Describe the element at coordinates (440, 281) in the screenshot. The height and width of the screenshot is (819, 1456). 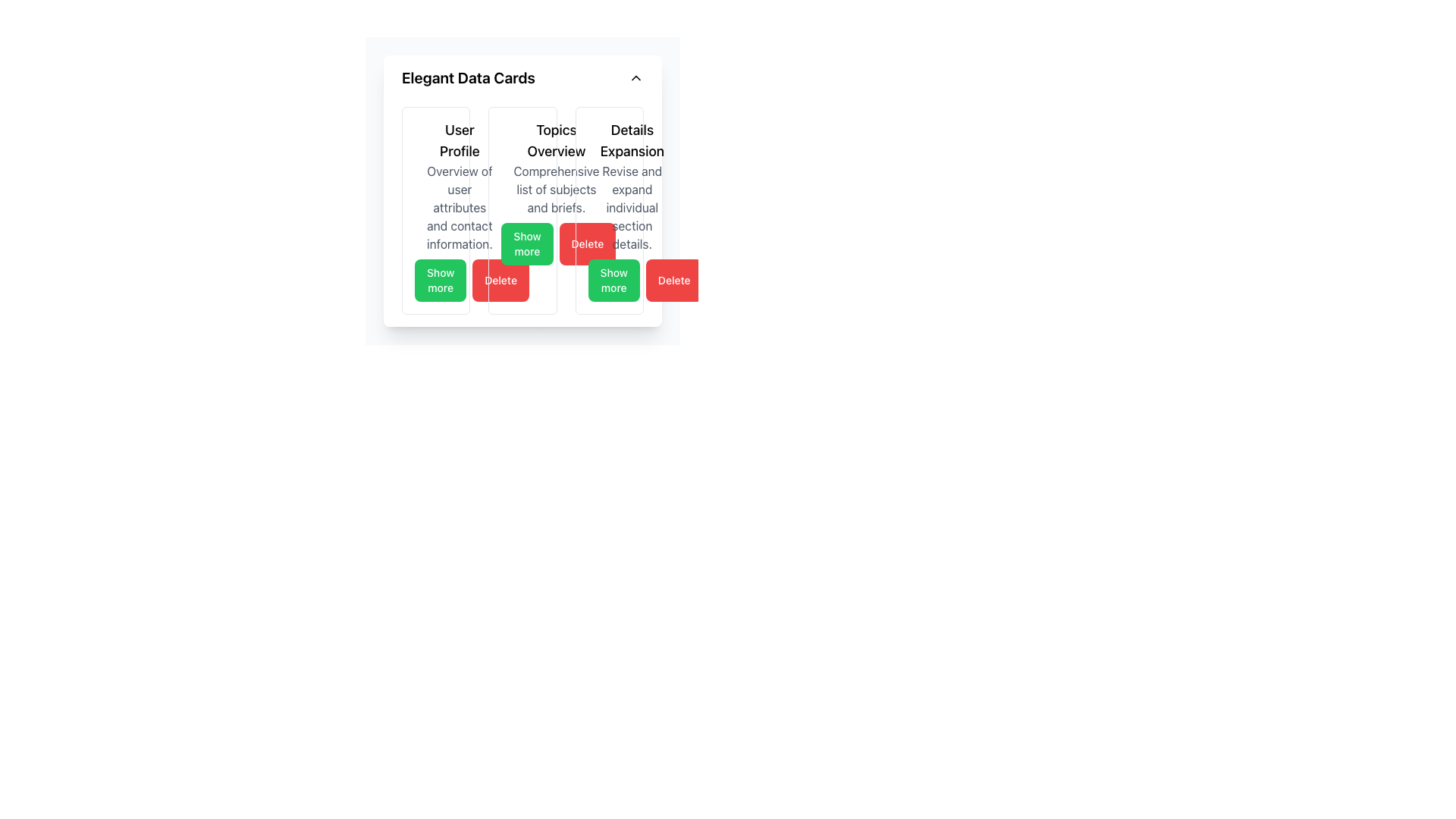
I see `the green 'Show more' button located at the lower section of the 'User Profile' card, which is the first button in a pair of action buttons` at that location.